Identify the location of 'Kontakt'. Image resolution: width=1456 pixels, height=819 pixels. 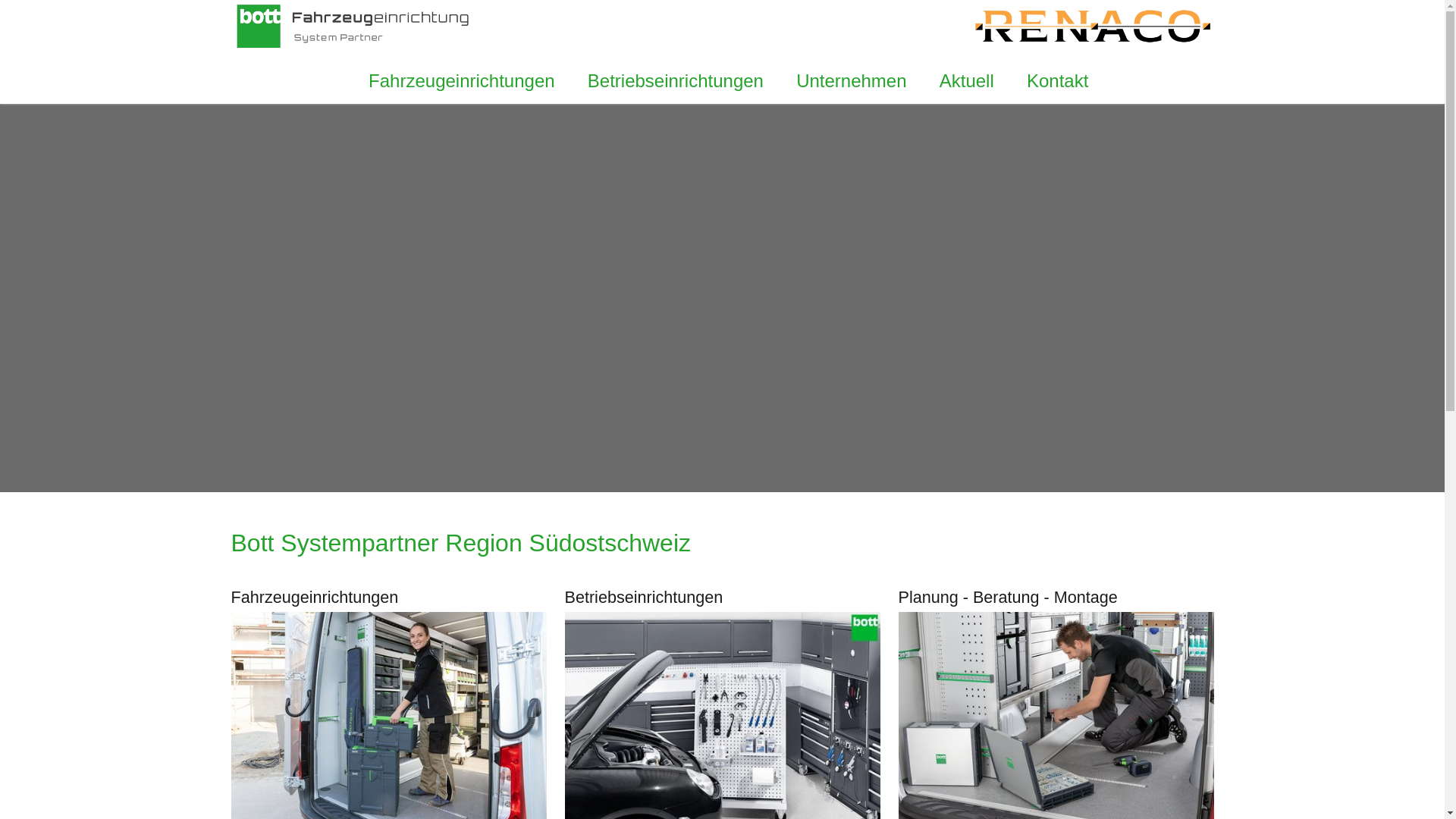
(1056, 81).